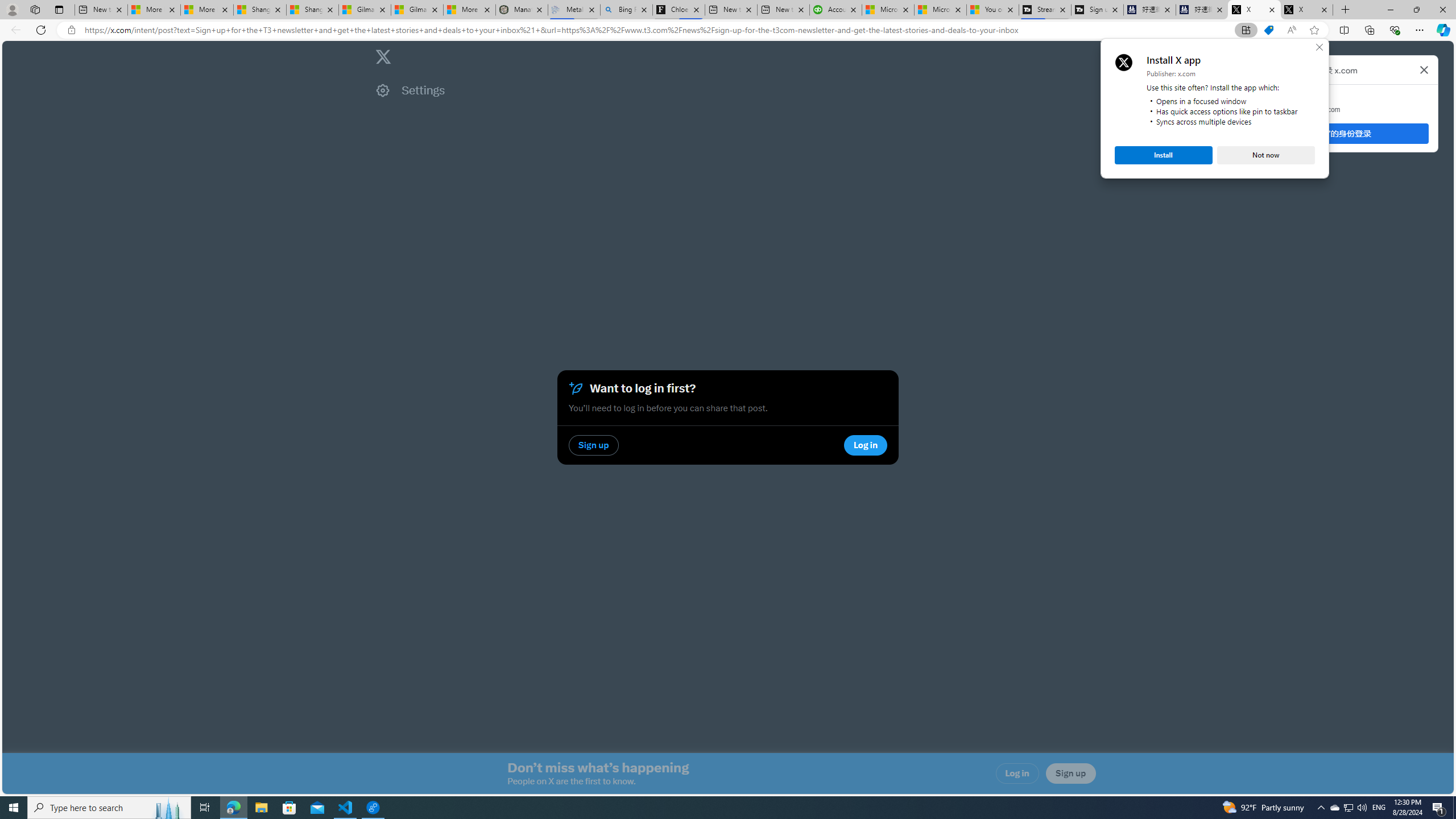  Describe the element at coordinates (1454, 806) in the screenshot. I see `'Show desktop'` at that location.